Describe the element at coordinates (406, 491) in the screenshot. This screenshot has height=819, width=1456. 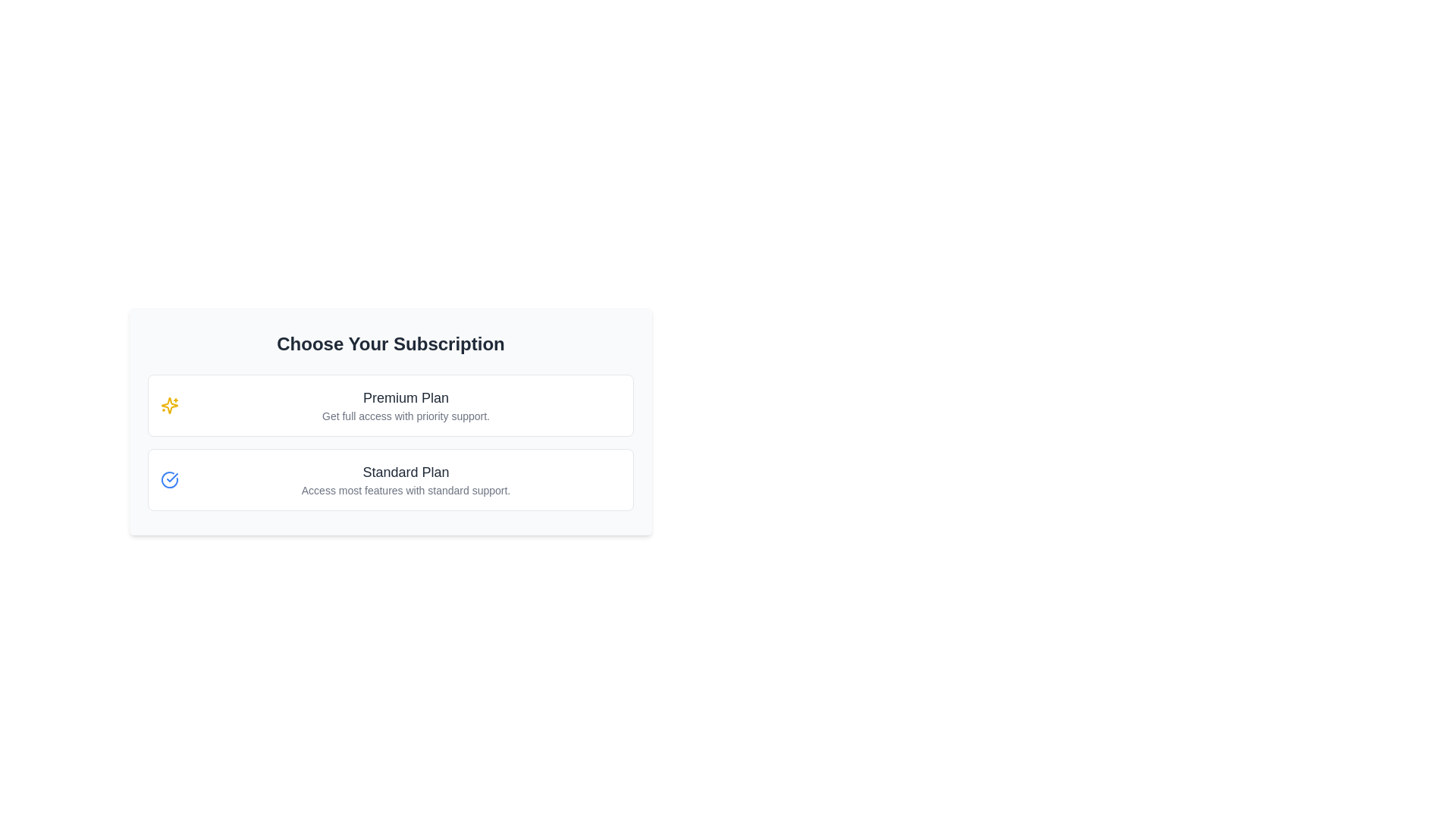
I see `the descriptive subtitle text label for the 'Standard Plan' option, which is located beneath the 'Standard Plan' title and adjacent to the 'Premium Plan' section` at that location.